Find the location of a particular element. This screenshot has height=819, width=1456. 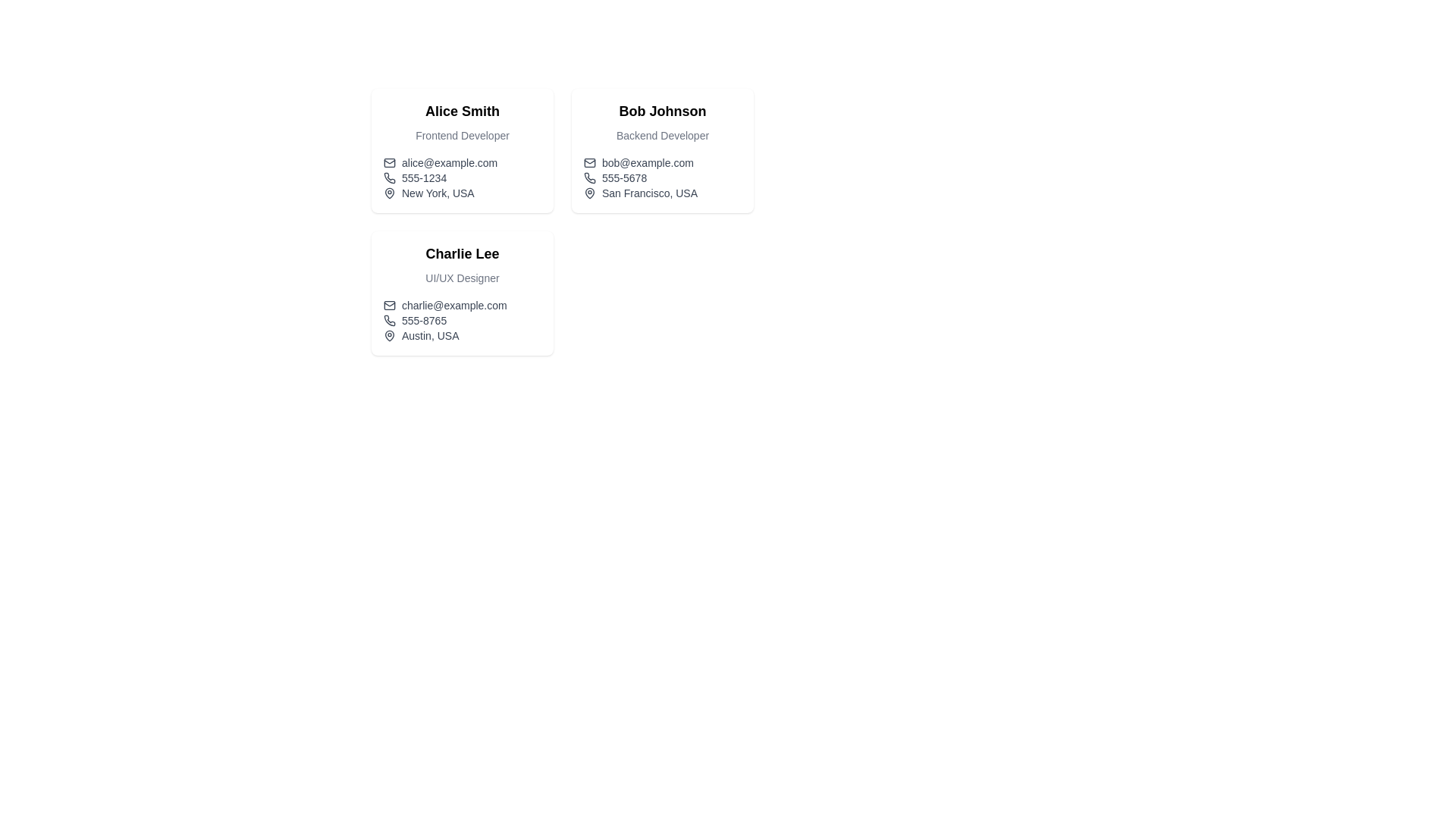

the phone number icon in the contact card for 'Alice Smith', which is the second icon below the email address icon, visually representing the phone number field is located at coordinates (389, 177).